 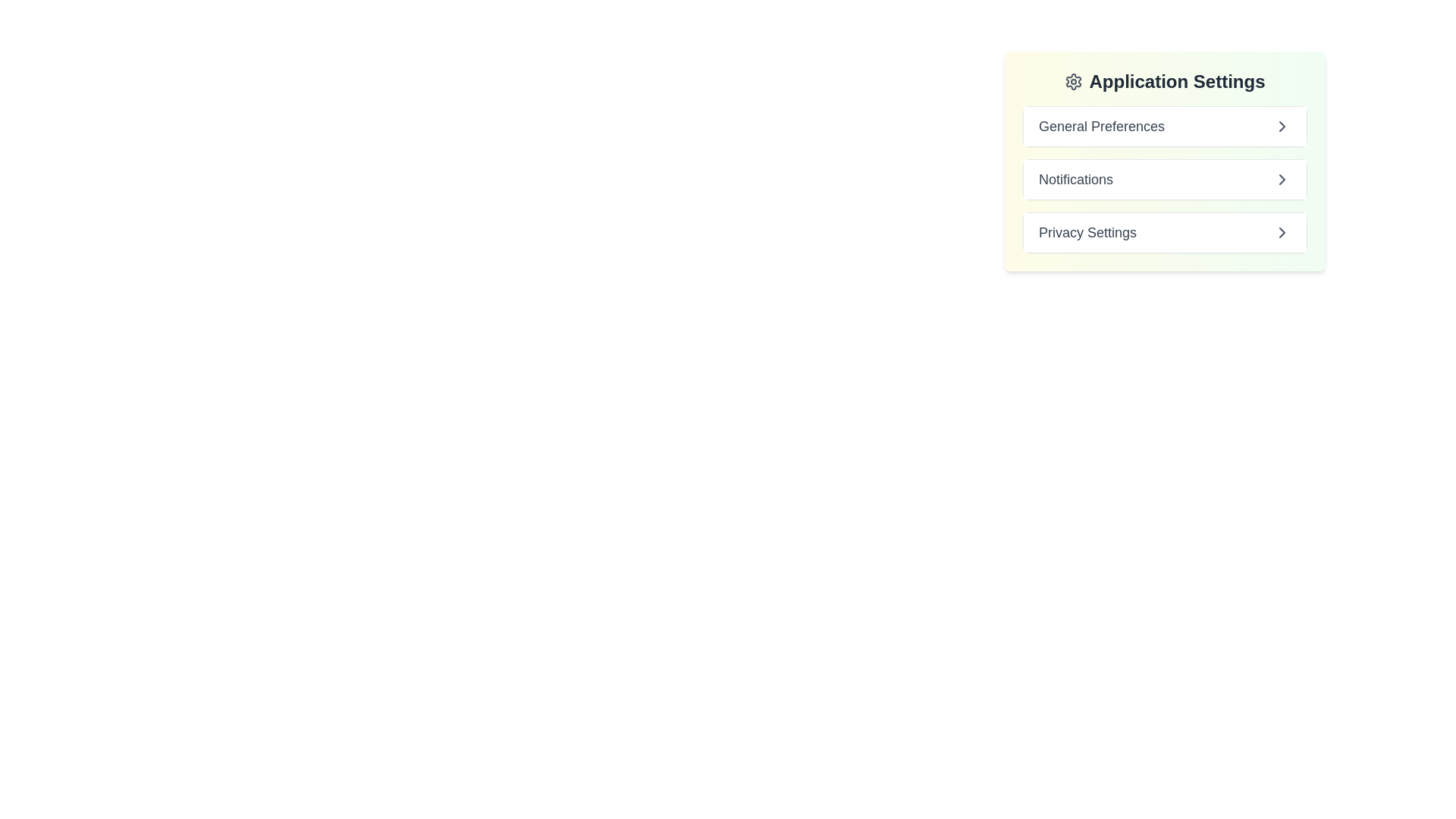 What do you see at coordinates (1102, 125) in the screenshot?
I see `the 'General Preferences' text label in the 'Application Settings' panel, which indicates navigation to the General Preferences settings` at bounding box center [1102, 125].